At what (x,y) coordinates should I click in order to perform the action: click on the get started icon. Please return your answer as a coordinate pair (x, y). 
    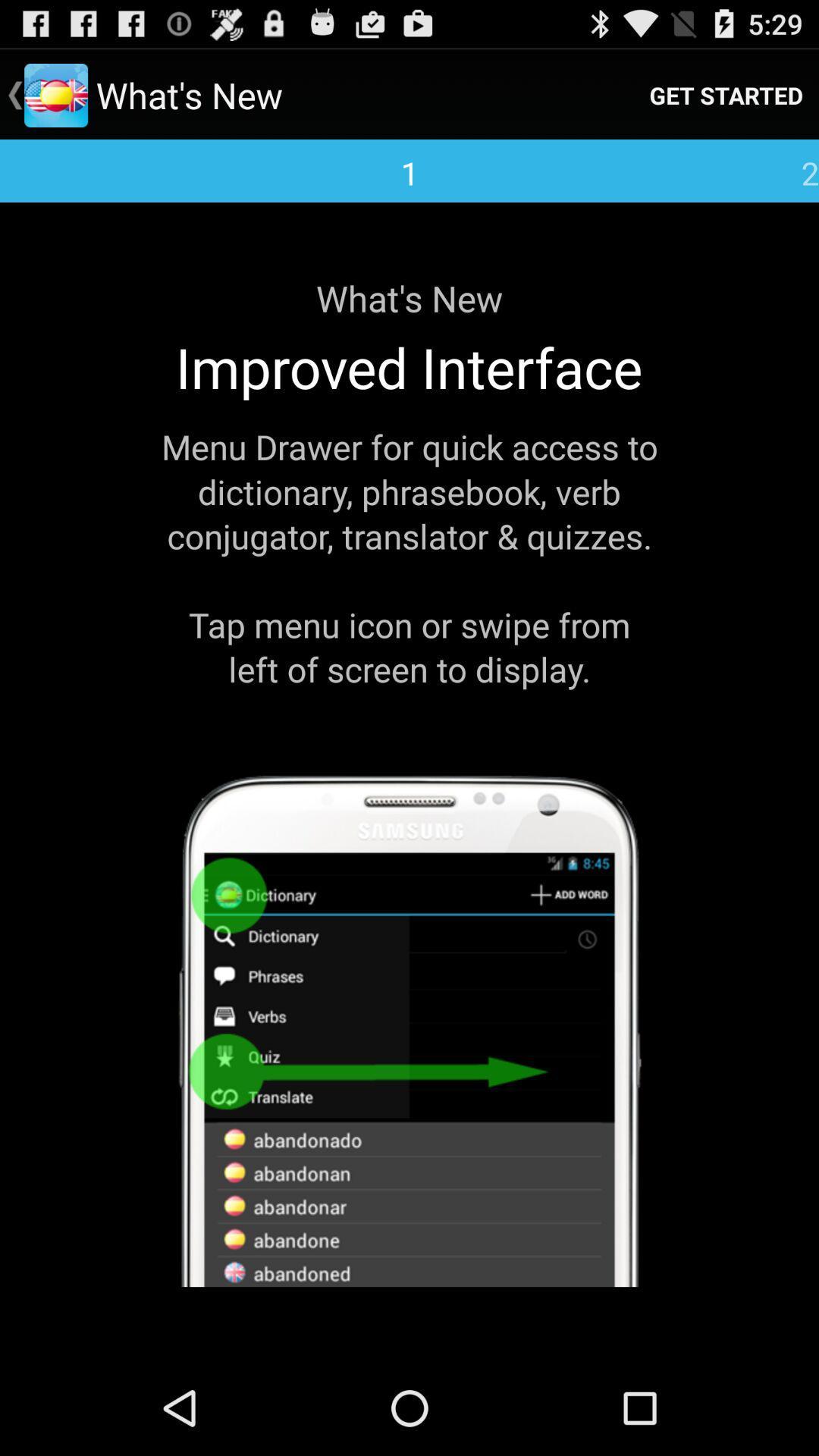
    Looking at the image, I should click on (725, 94).